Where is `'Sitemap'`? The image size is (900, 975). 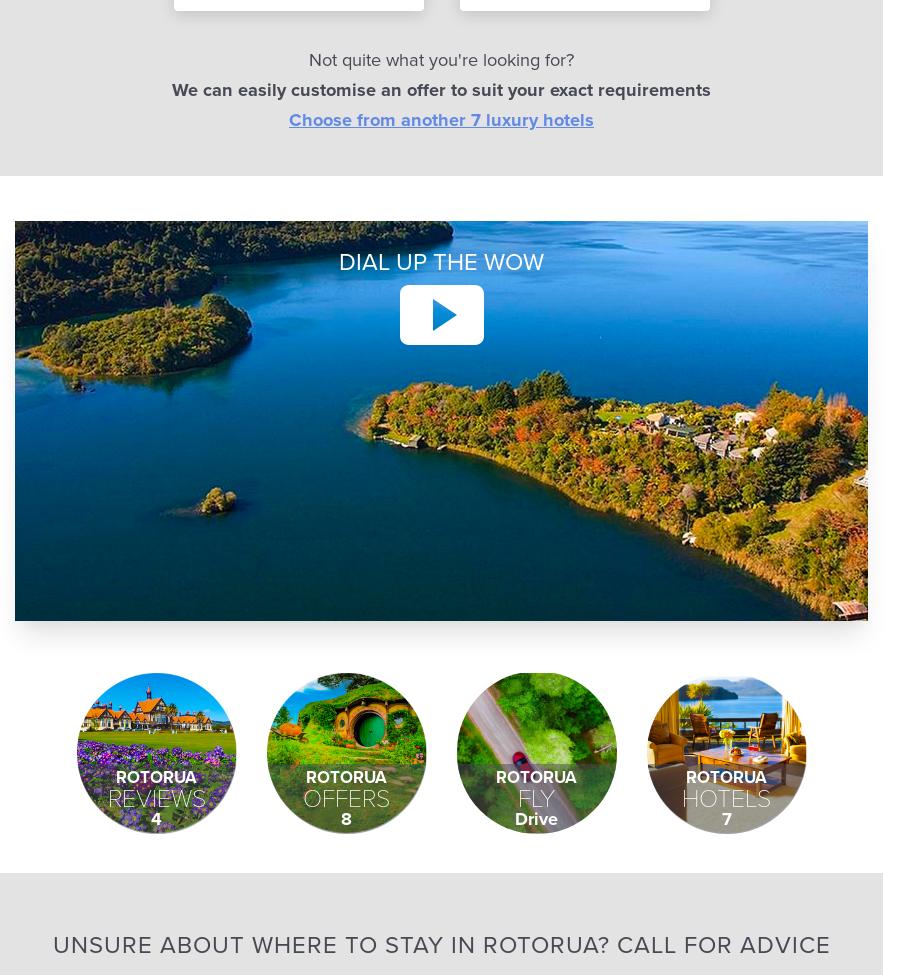
'Sitemap' is located at coordinates (410, 109).